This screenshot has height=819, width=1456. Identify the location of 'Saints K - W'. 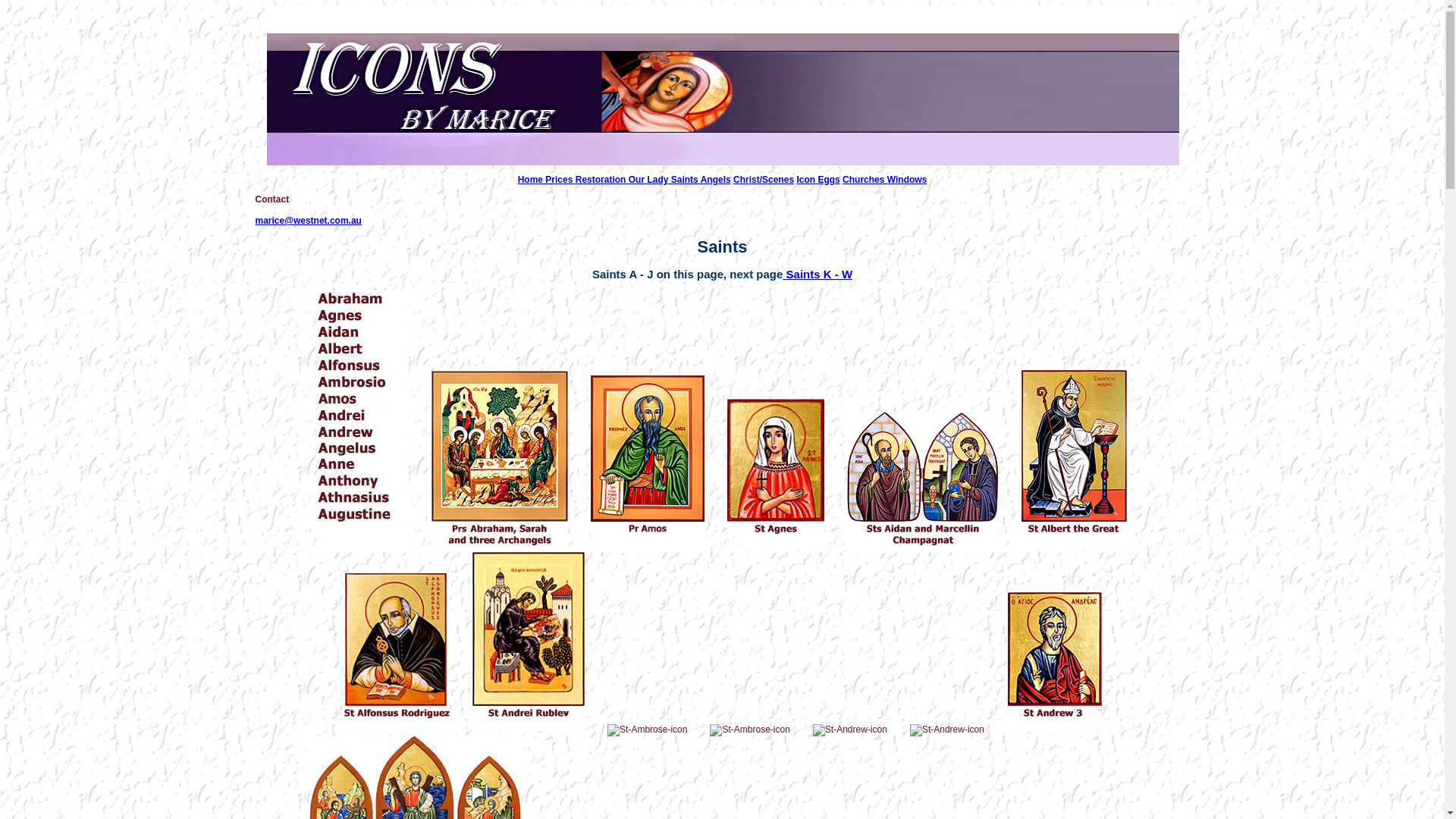
(817, 274).